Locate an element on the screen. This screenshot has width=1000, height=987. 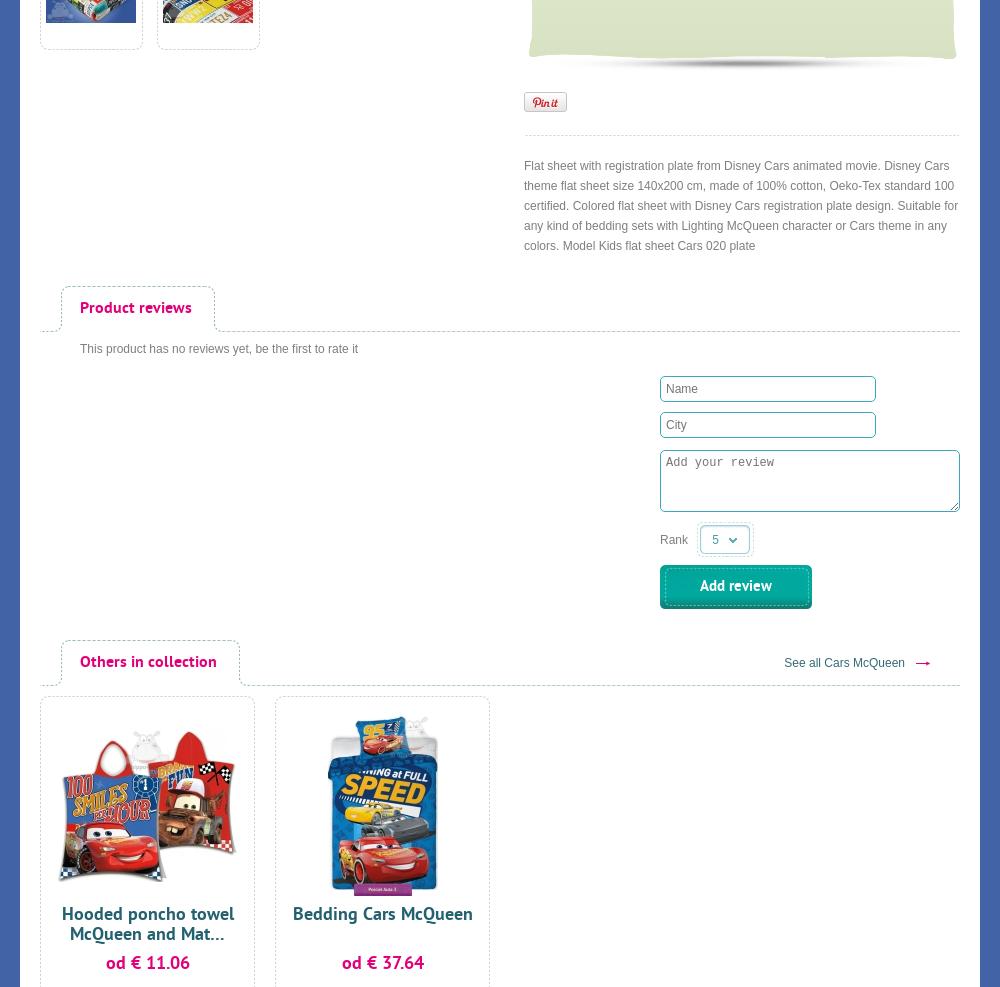
'Product reviews' is located at coordinates (79, 308).